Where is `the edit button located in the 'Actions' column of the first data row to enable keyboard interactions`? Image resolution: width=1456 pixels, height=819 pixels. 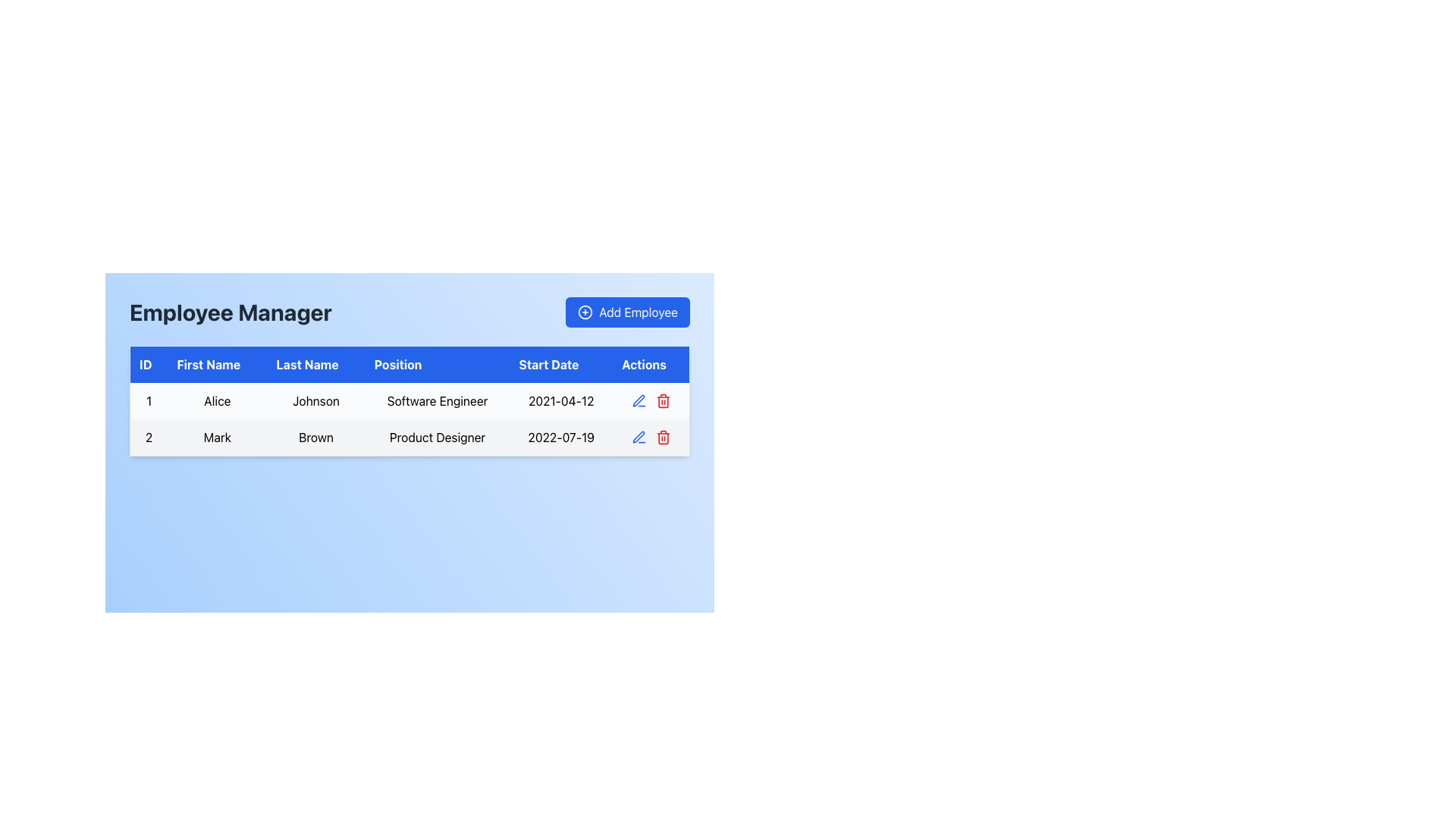
the edit button located in the 'Actions' column of the first data row to enable keyboard interactions is located at coordinates (639, 438).